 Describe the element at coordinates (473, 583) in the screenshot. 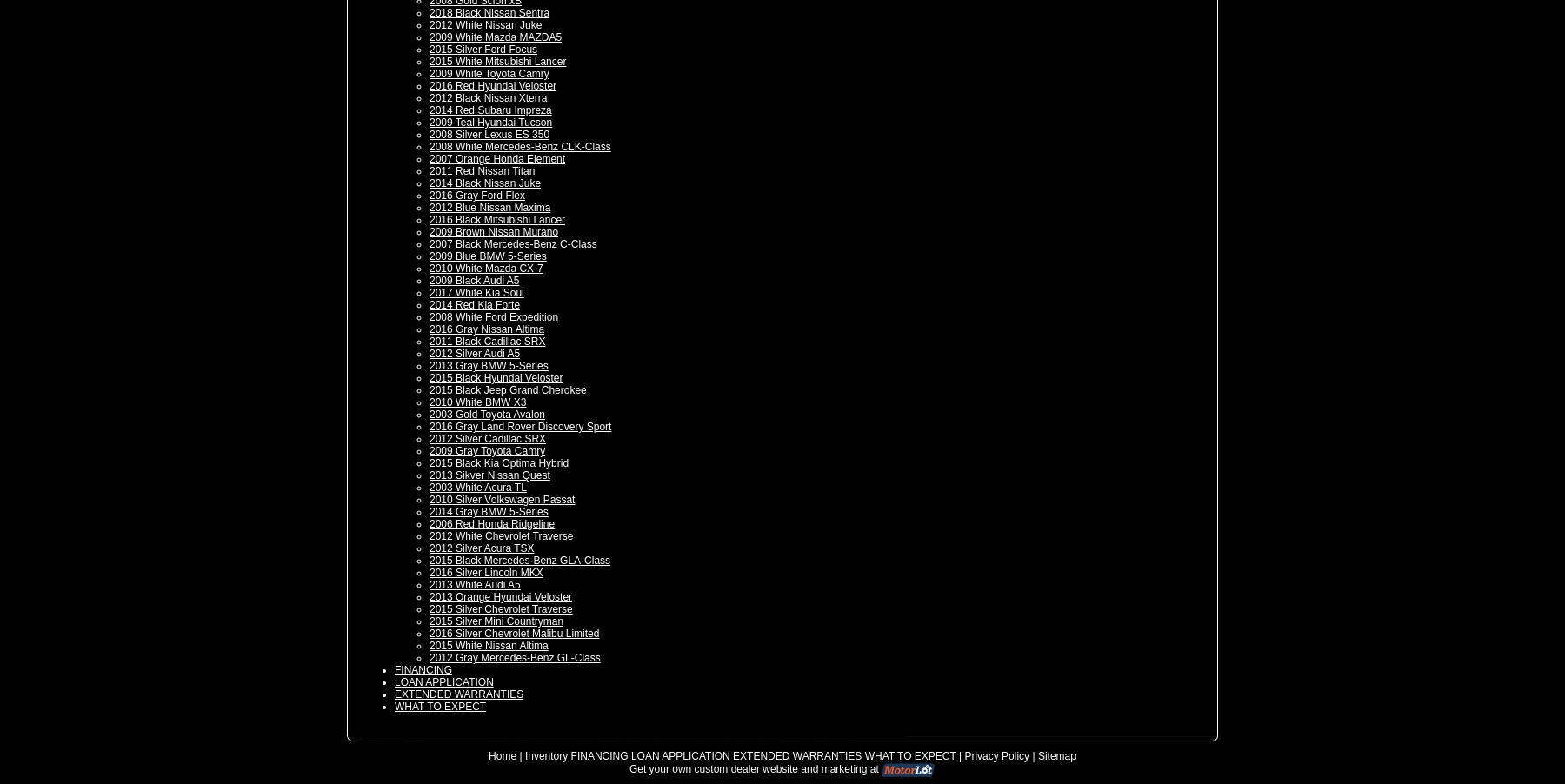

I see `'2013 White Audi A5'` at that location.